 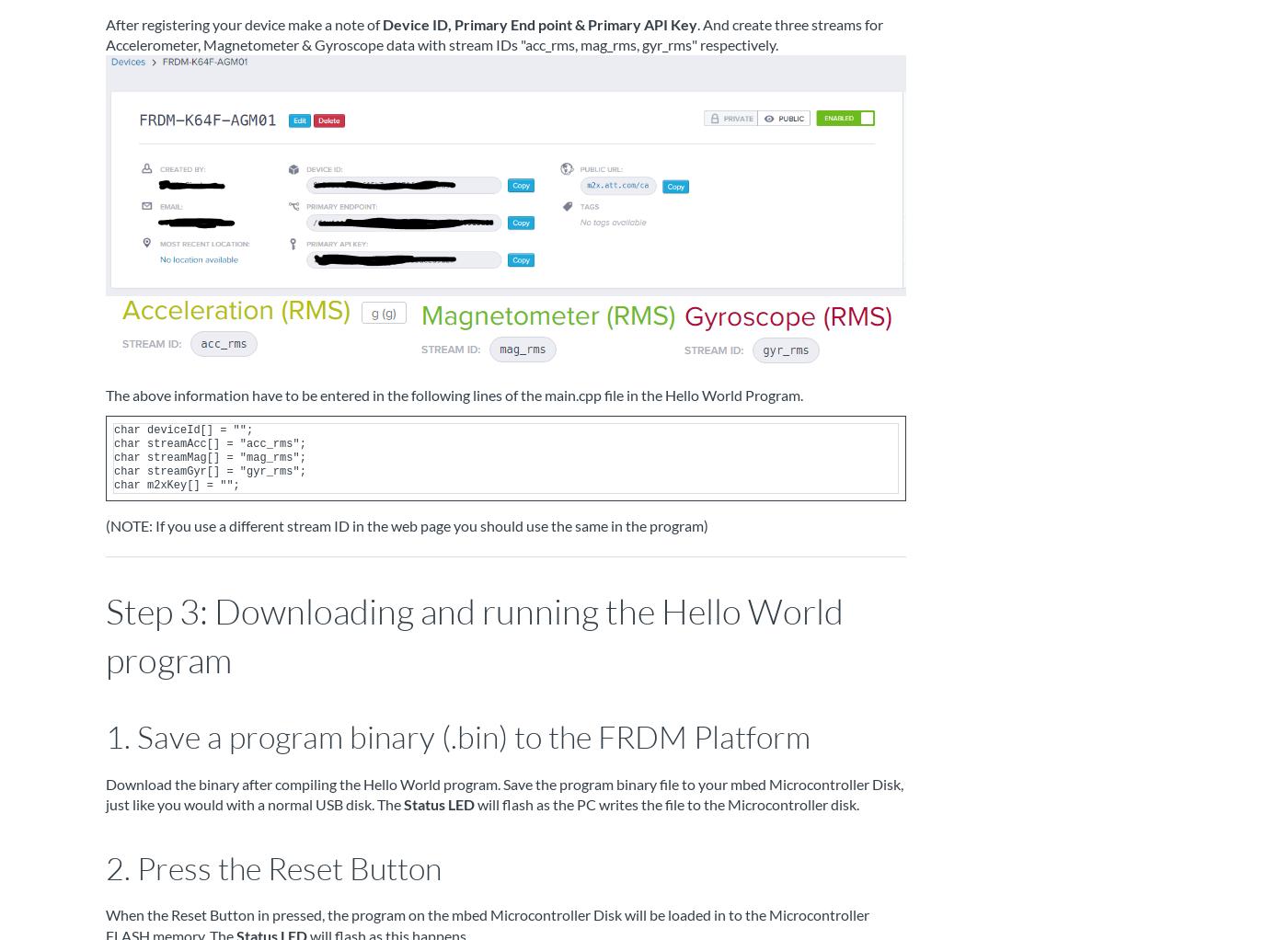 What do you see at coordinates (244, 22) in the screenshot?
I see `'After registering your device make a note of'` at bounding box center [244, 22].